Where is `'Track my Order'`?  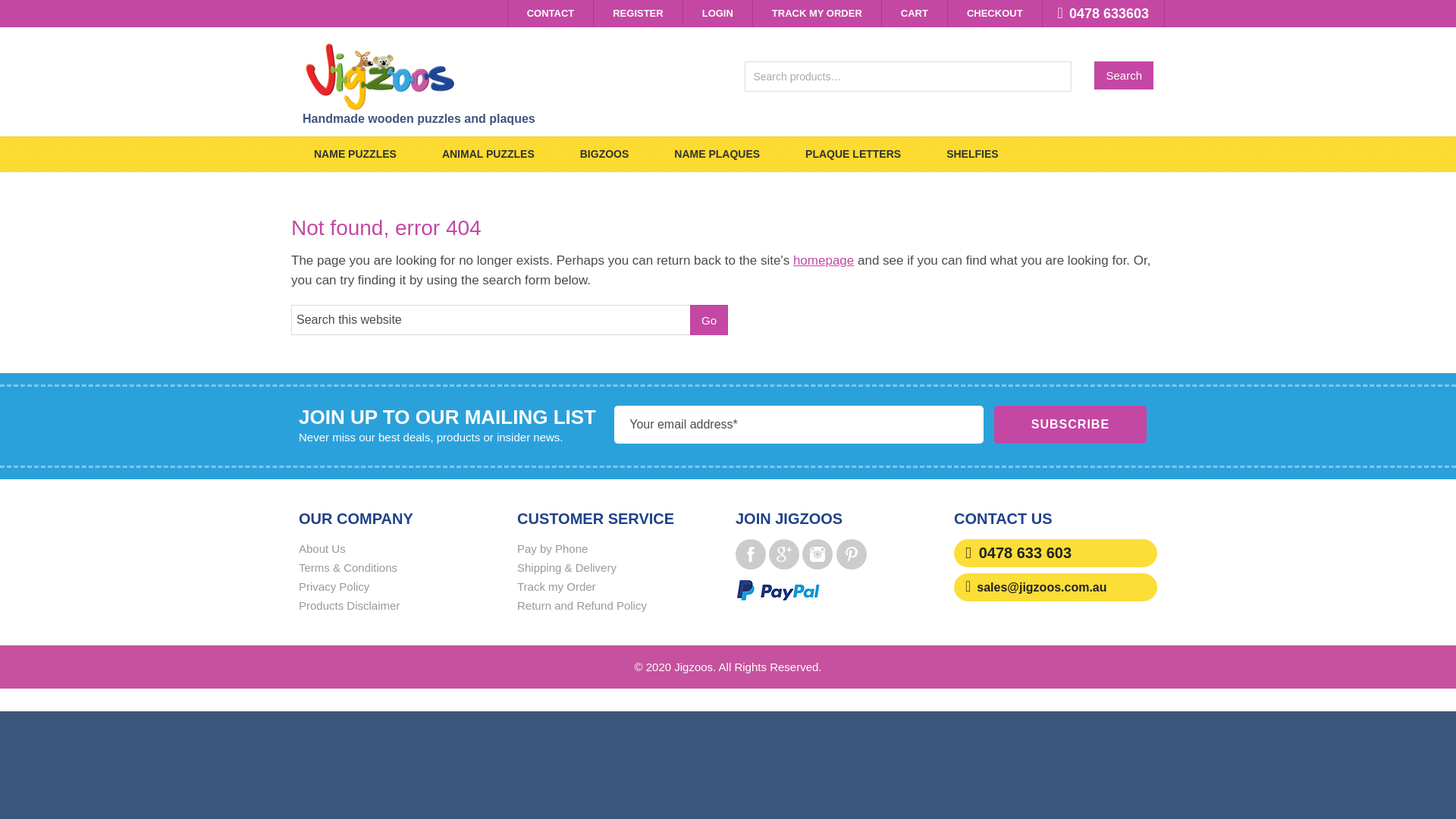
'Track my Order' is located at coordinates (556, 585).